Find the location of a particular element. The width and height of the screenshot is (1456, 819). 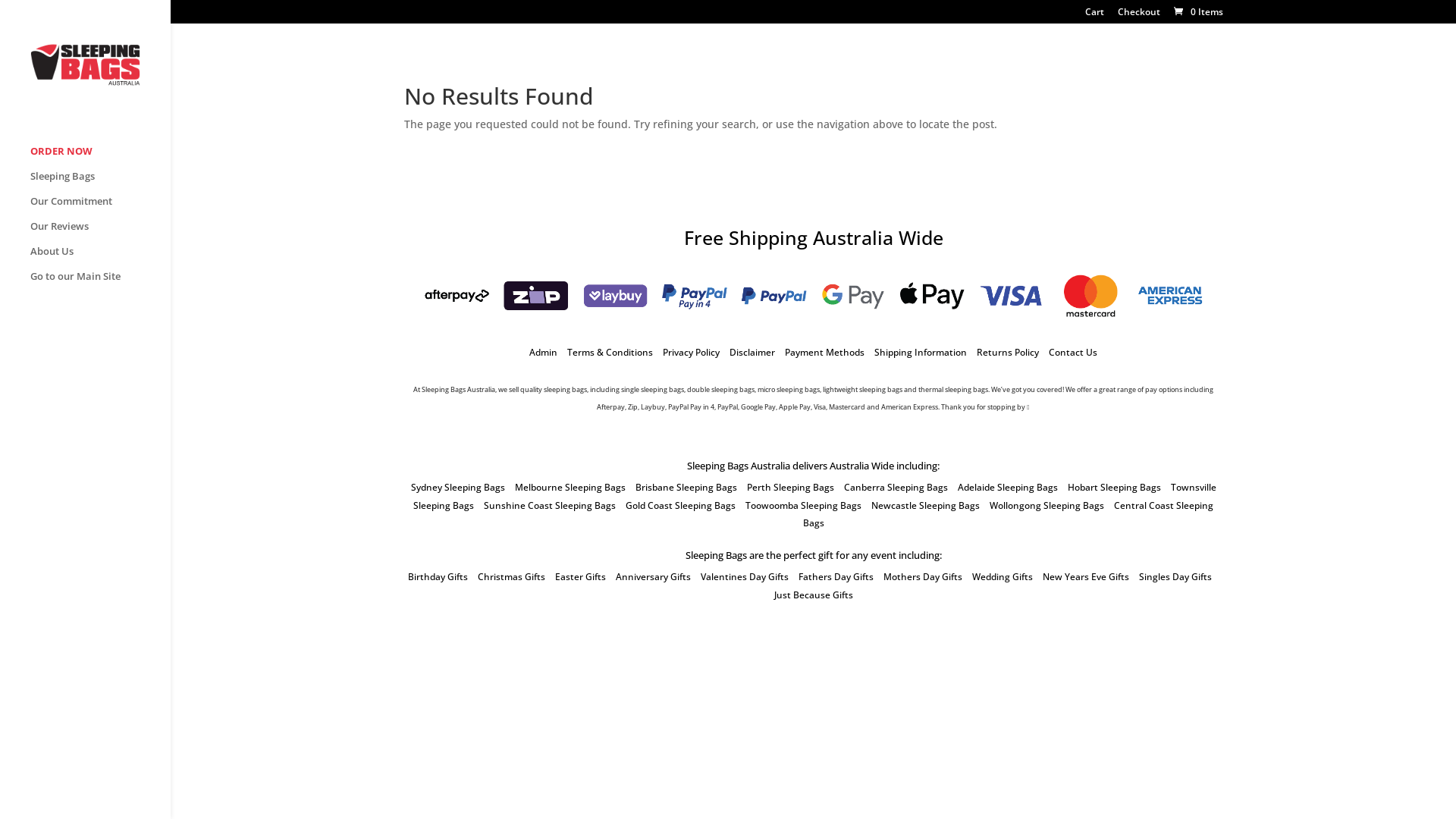

'Fathers Day Gifts' is located at coordinates (796, 576).